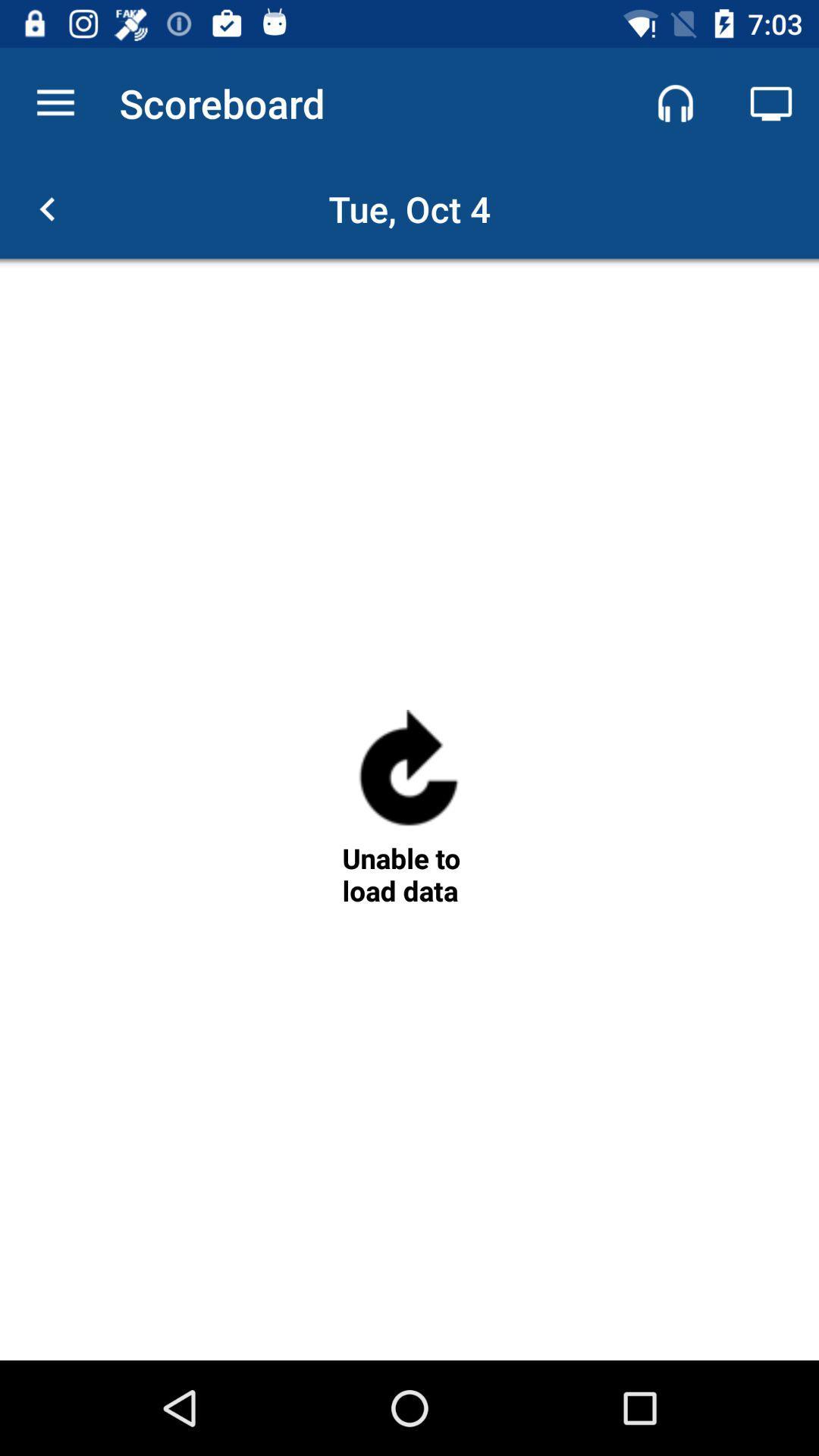  I want to click on the item above unable to load, so click(408, 774).